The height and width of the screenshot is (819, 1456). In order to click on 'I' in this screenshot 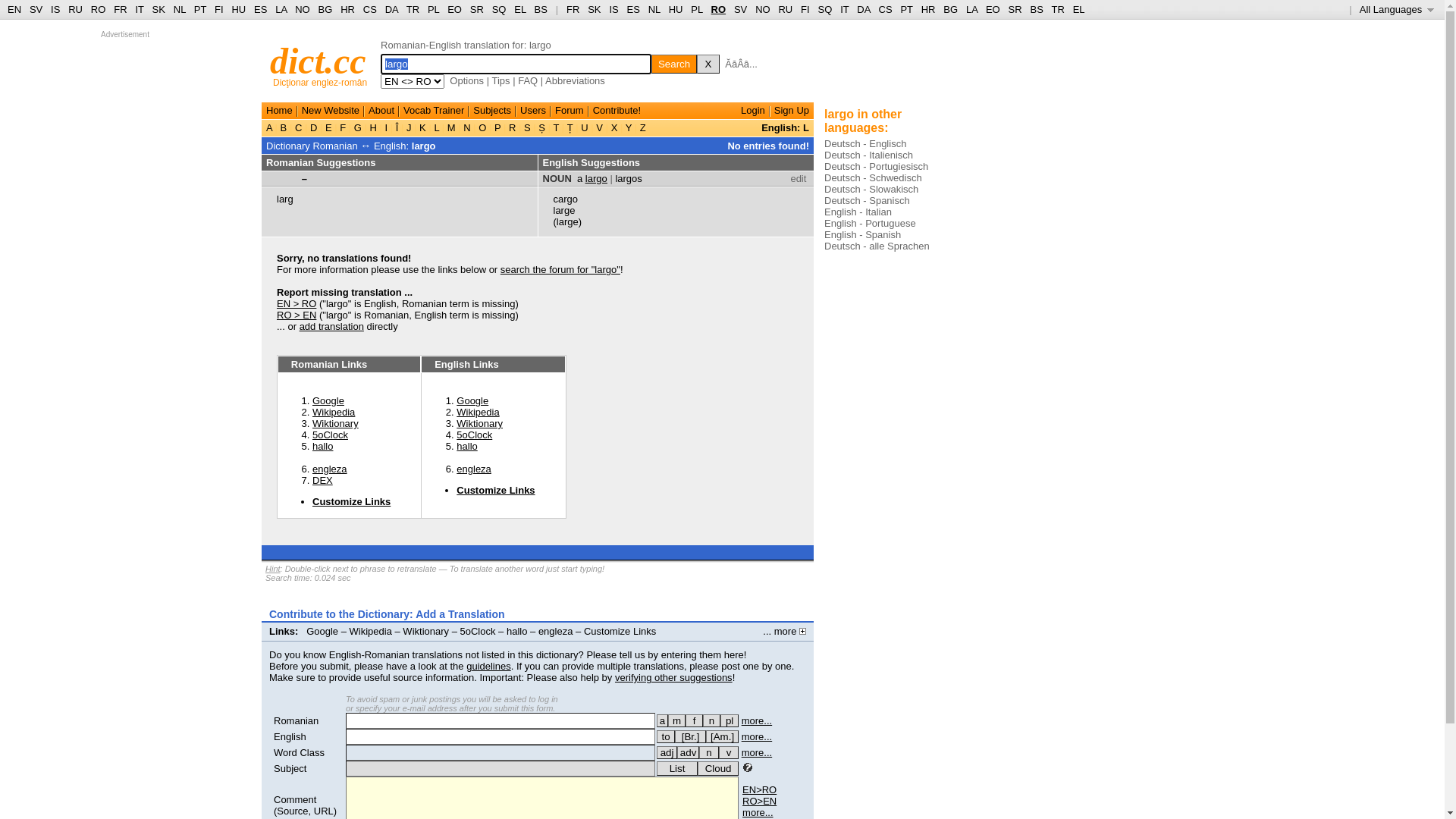, I will do `click(382, 127)`.